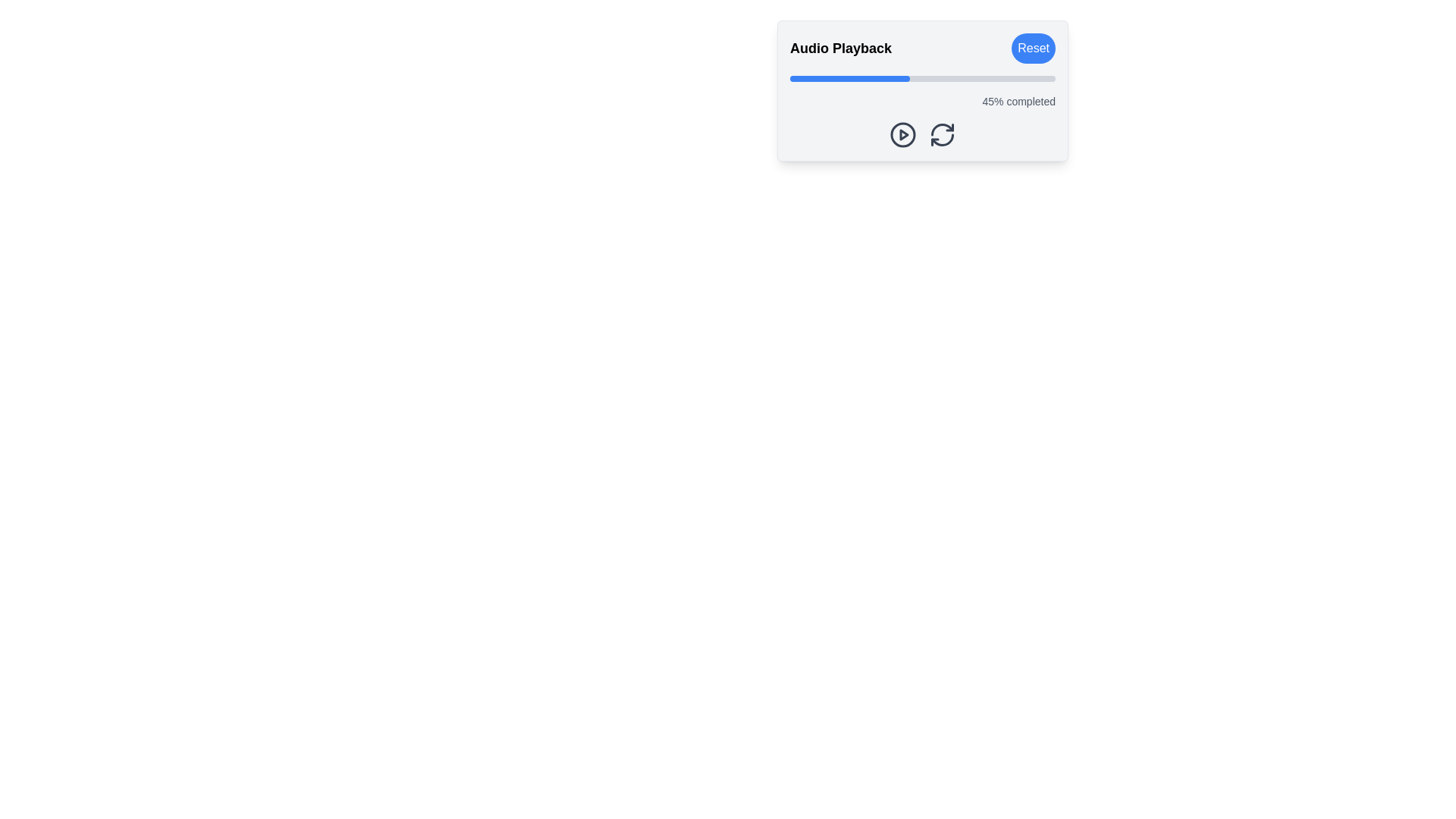 The height and width of the screenshot is (819, 1456). What do you see at coordinates (870, 79) in the screenshot?
I see `progress` at bounding box center [870, 79].